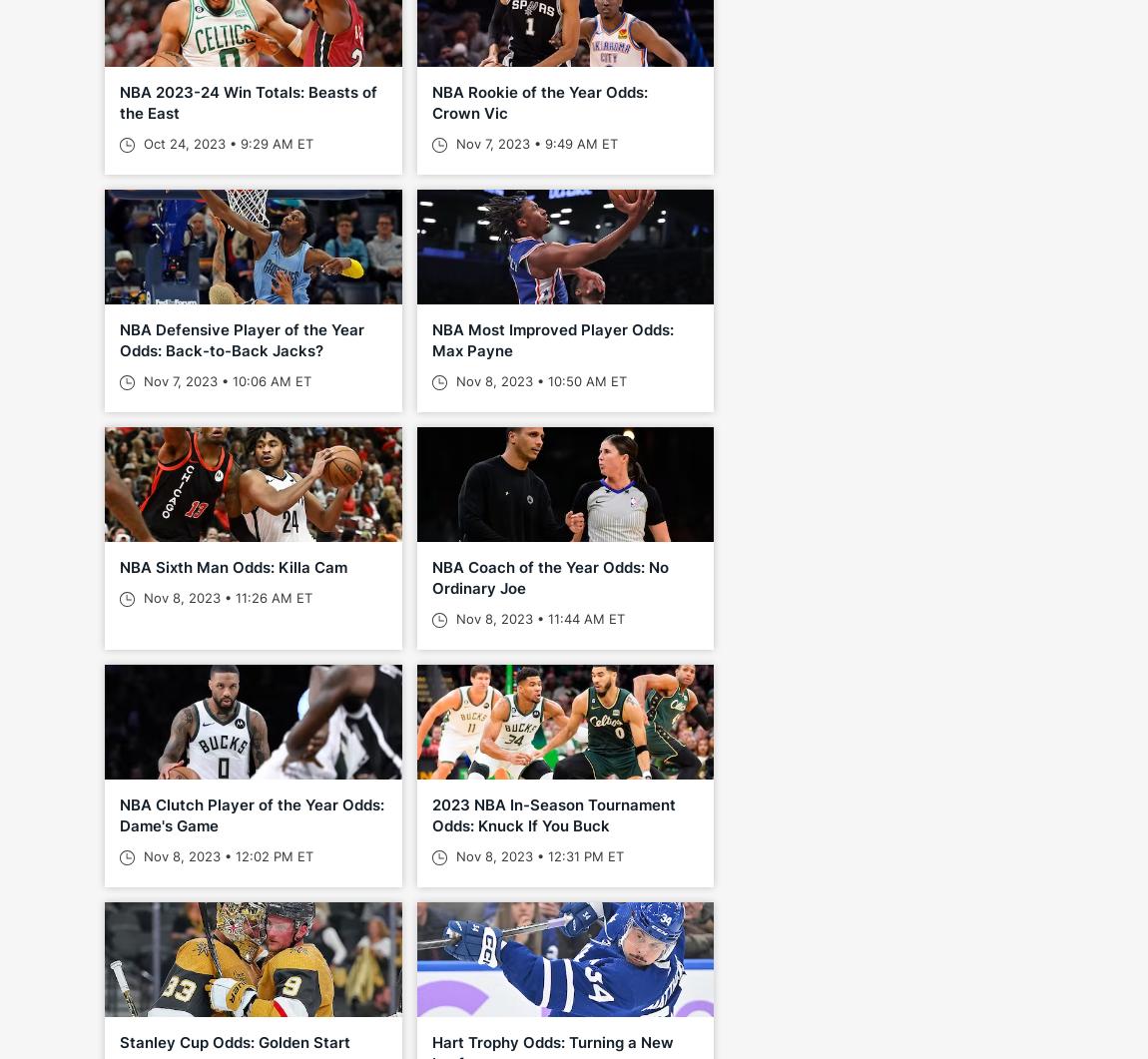  I want to click on 'NBA Most Improved Player Odds: Max Payne', so click(552, 339).